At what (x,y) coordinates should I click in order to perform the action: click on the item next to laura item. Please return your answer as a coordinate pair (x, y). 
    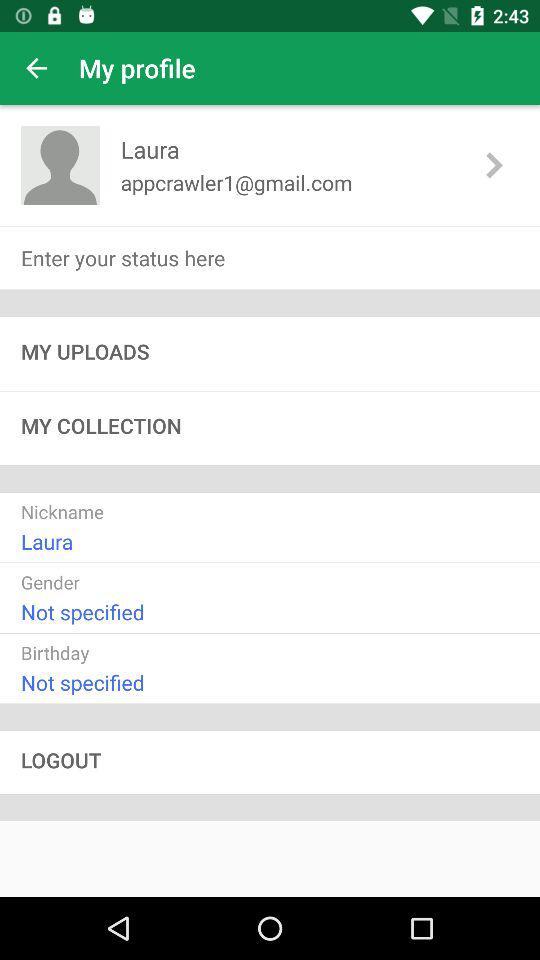
    Looking at the image, I should click on (60, 164).